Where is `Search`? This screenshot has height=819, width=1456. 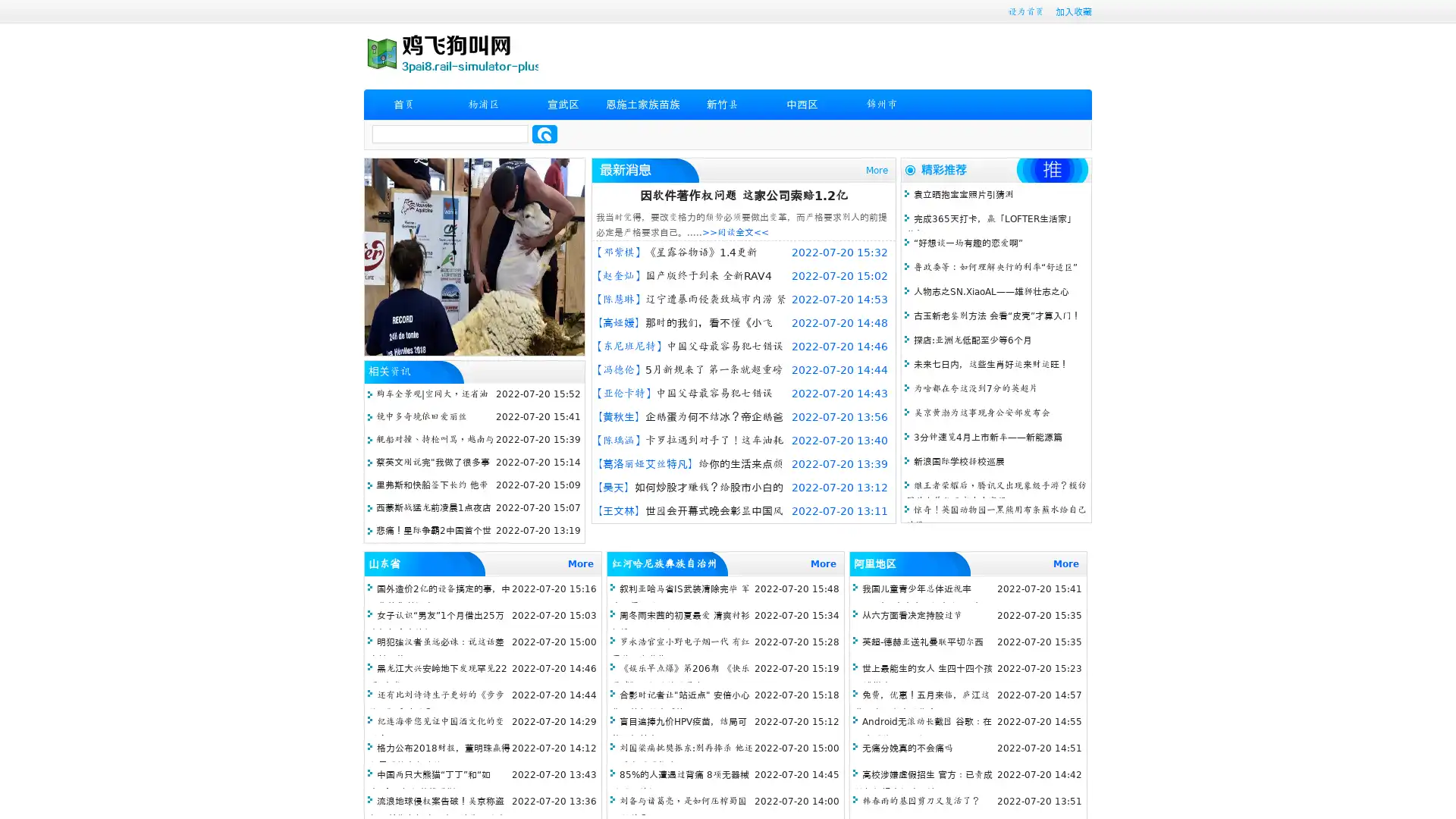 Search is located at coordinates (544, 133).